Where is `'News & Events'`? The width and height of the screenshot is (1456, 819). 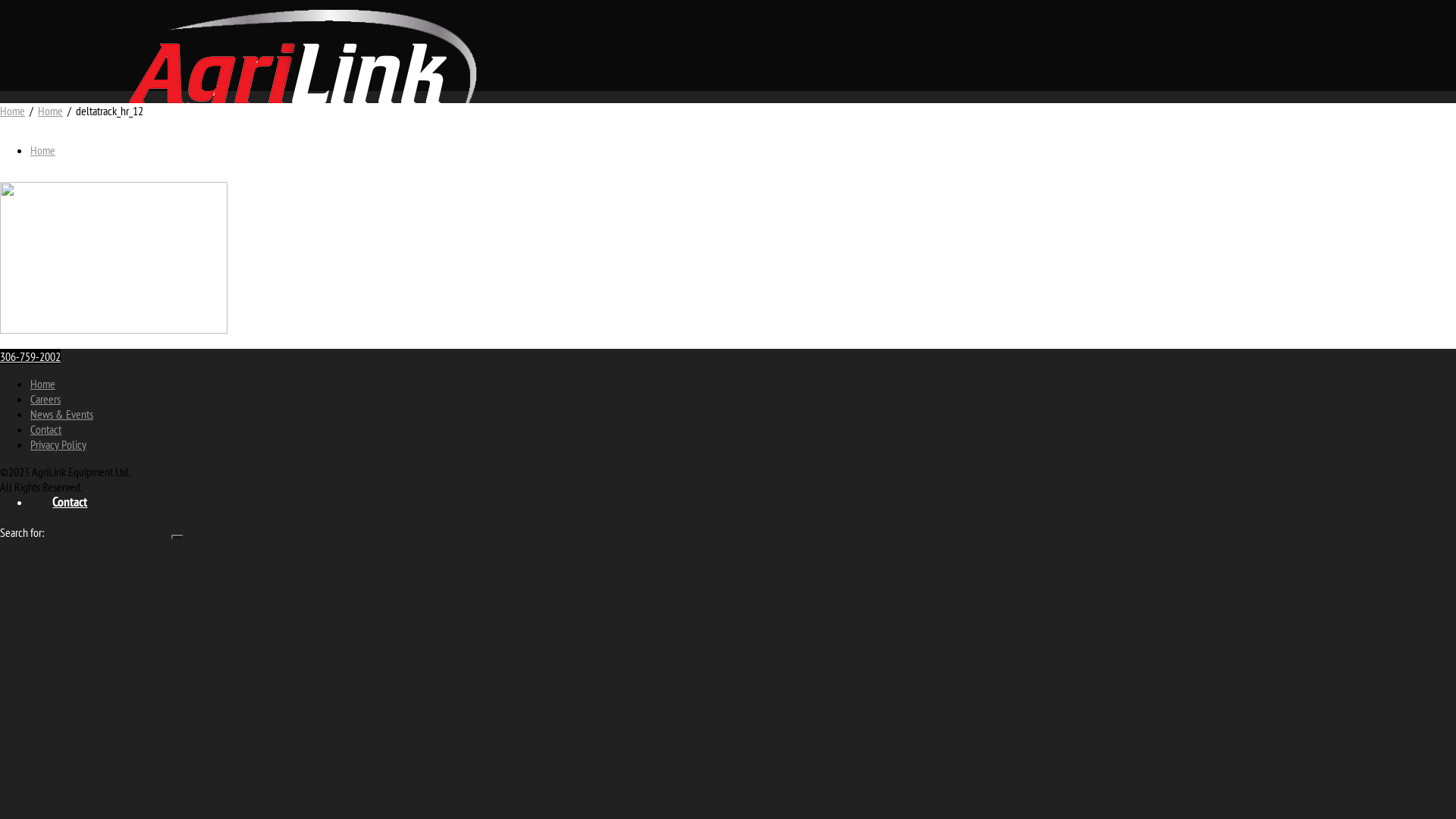
'News & Events' is located at coordinates (61, 414).